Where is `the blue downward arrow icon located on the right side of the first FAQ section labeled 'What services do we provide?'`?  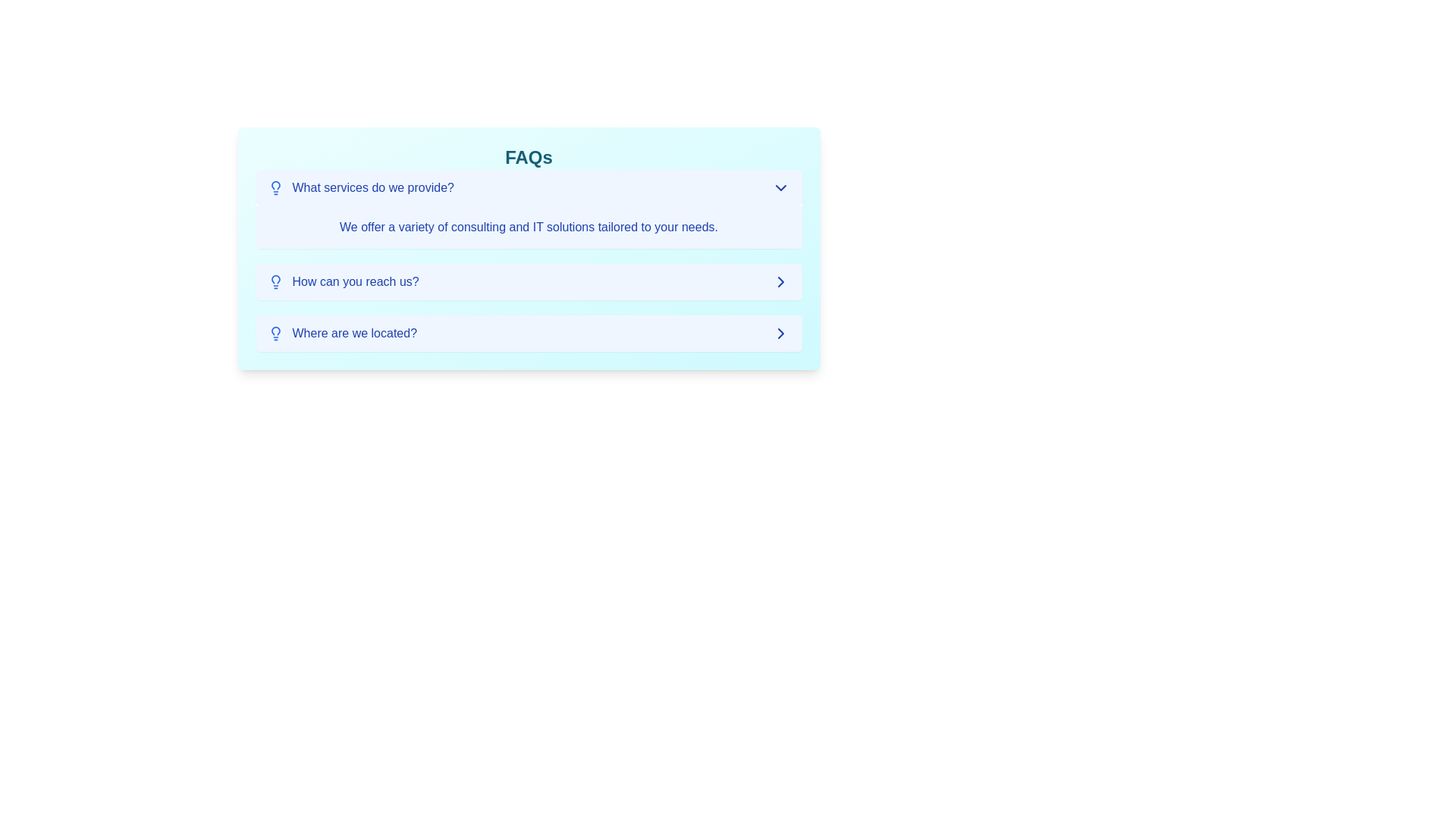 the blue downward arrow icon located on the right side of the first FAQ section labeled 'What services do we provide?' is located at coordinates (780, 187).